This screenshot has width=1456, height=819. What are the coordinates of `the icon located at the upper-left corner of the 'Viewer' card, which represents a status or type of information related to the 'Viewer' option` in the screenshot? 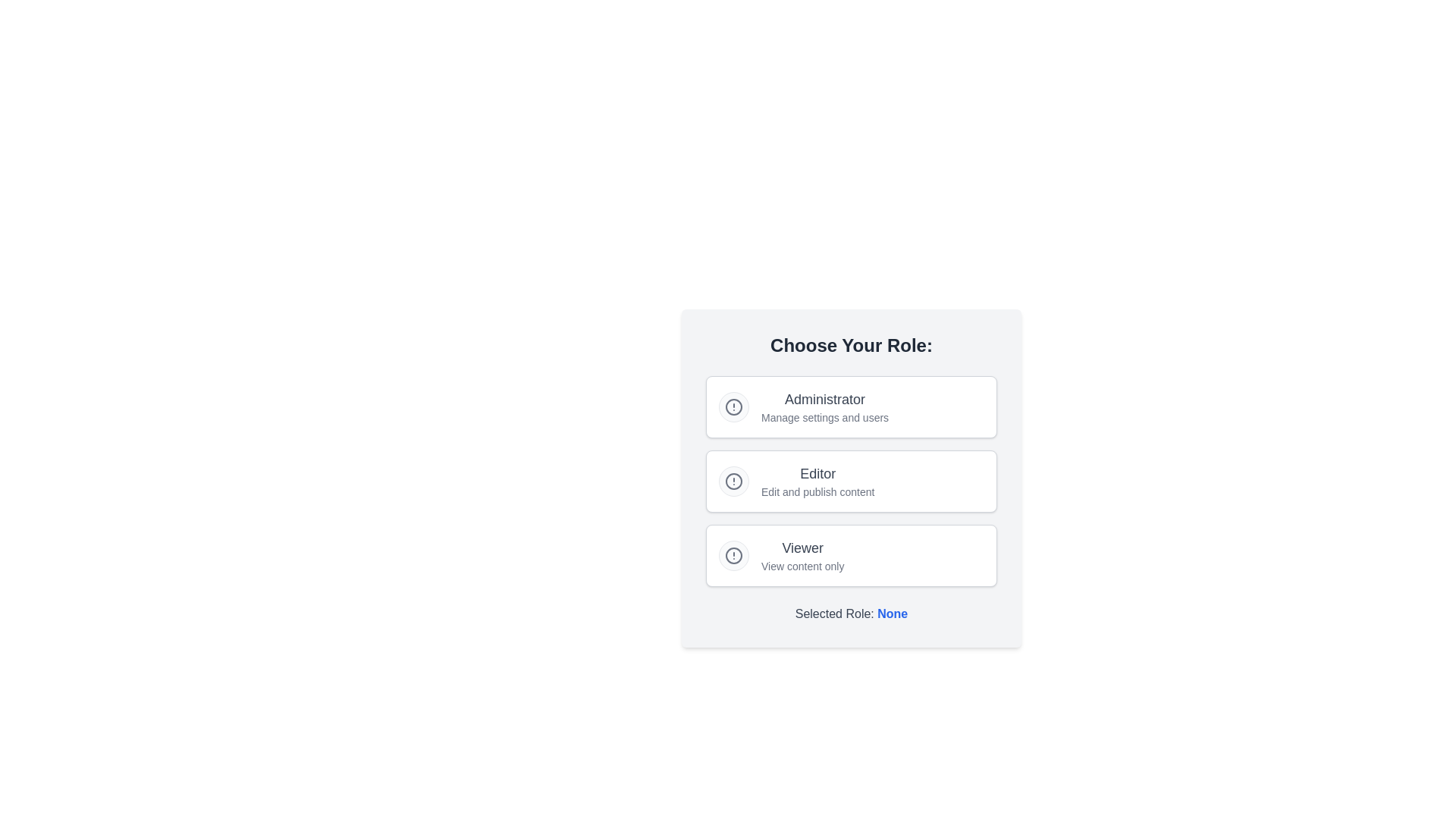 It's located at (734, 555).